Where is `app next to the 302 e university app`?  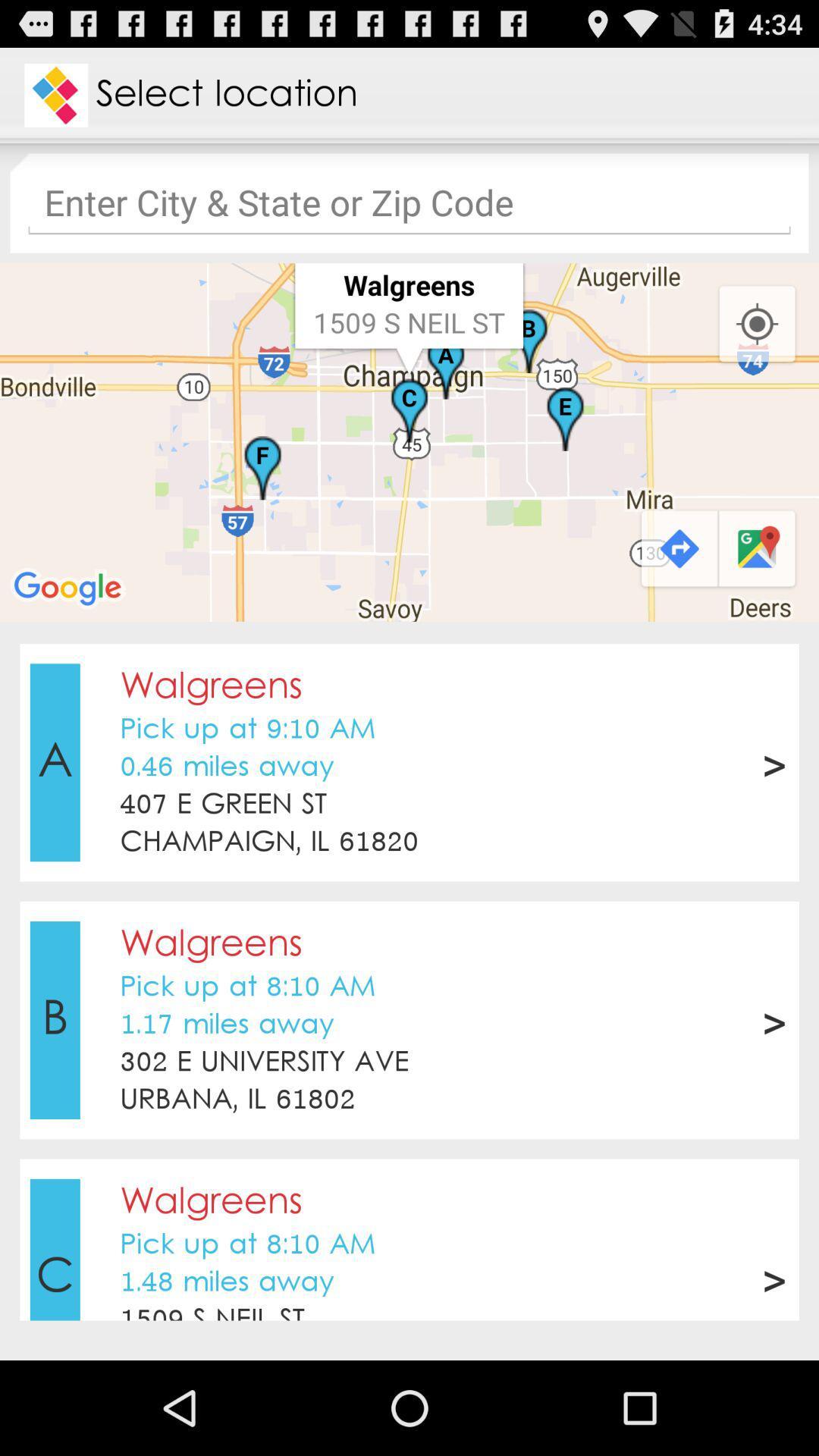
app next to the 302 e university app is located at coordinates (773, 1020).